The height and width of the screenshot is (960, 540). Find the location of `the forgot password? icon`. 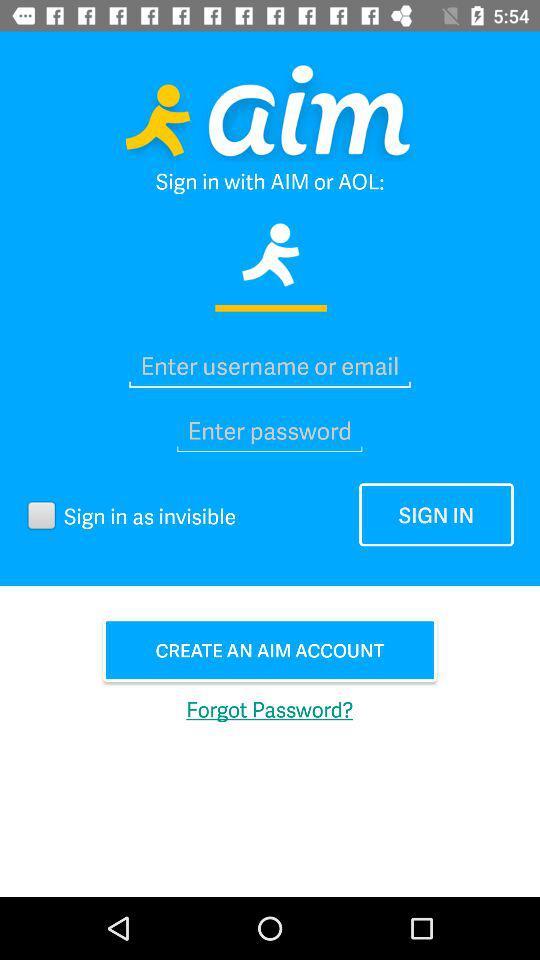

the forgot password? icon is located at coordinates (269, 709).